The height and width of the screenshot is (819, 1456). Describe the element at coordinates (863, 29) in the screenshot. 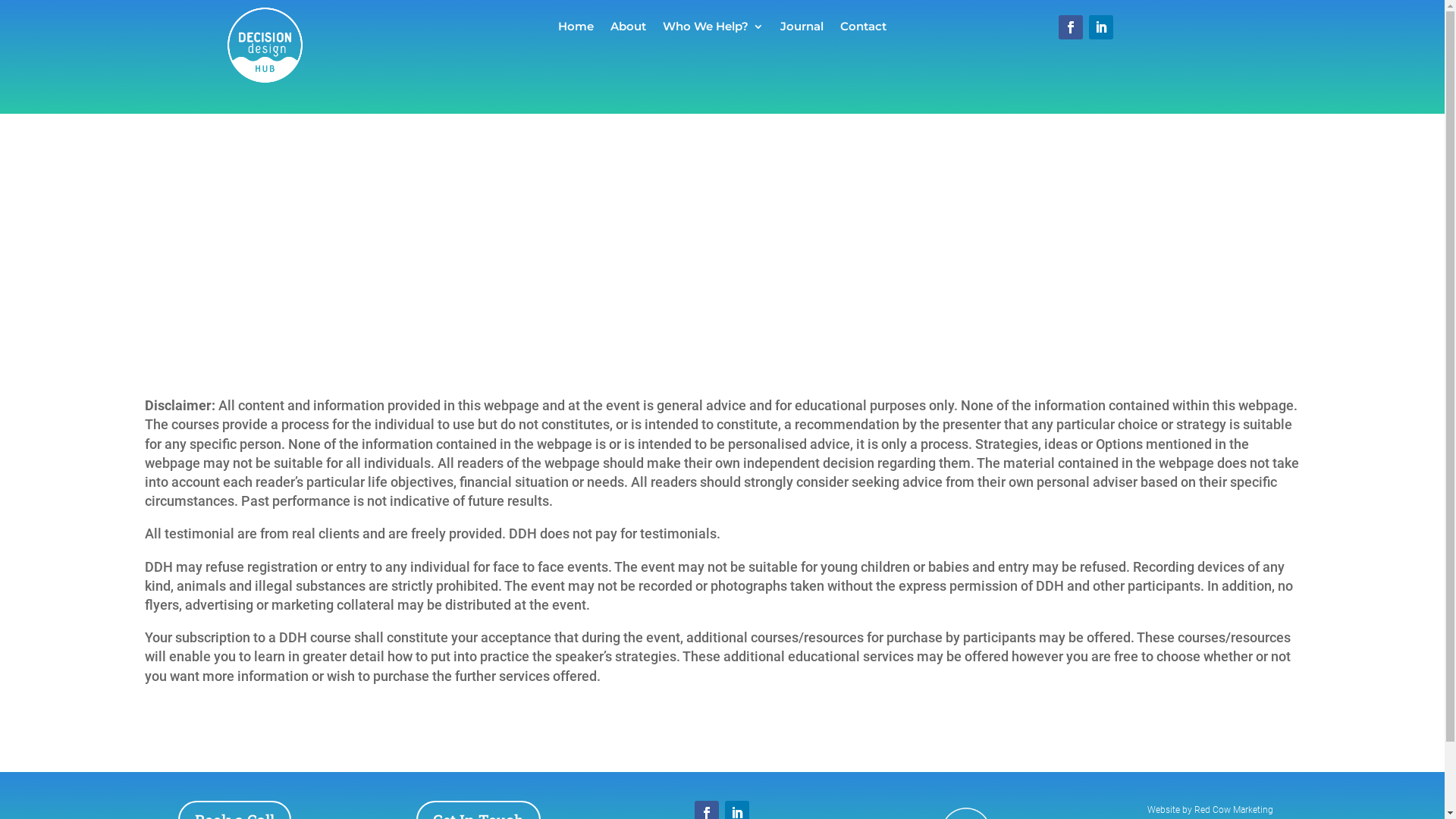

I see `'Contact'` at that location.